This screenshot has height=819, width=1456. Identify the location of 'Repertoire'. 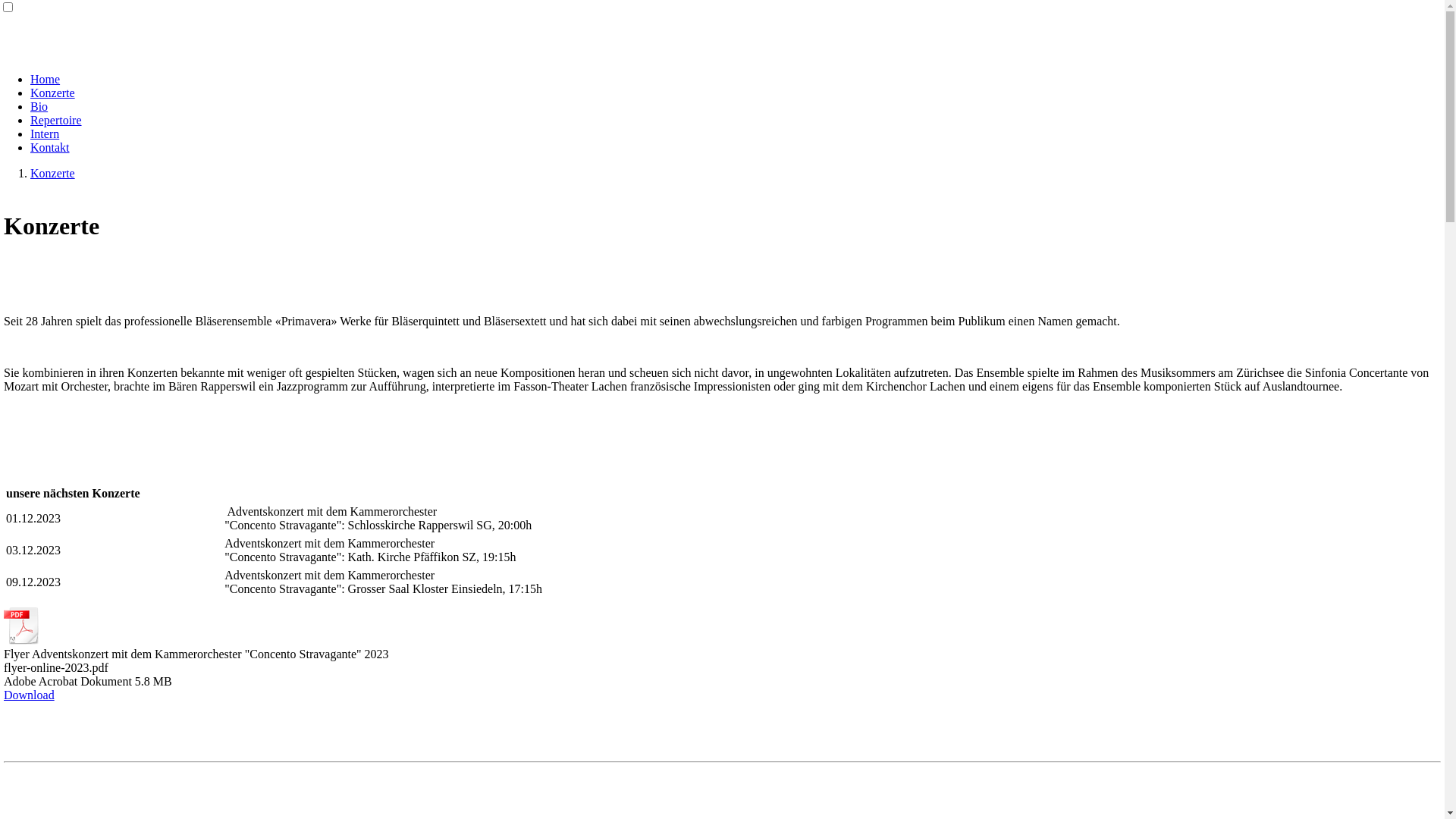
(55, 119).